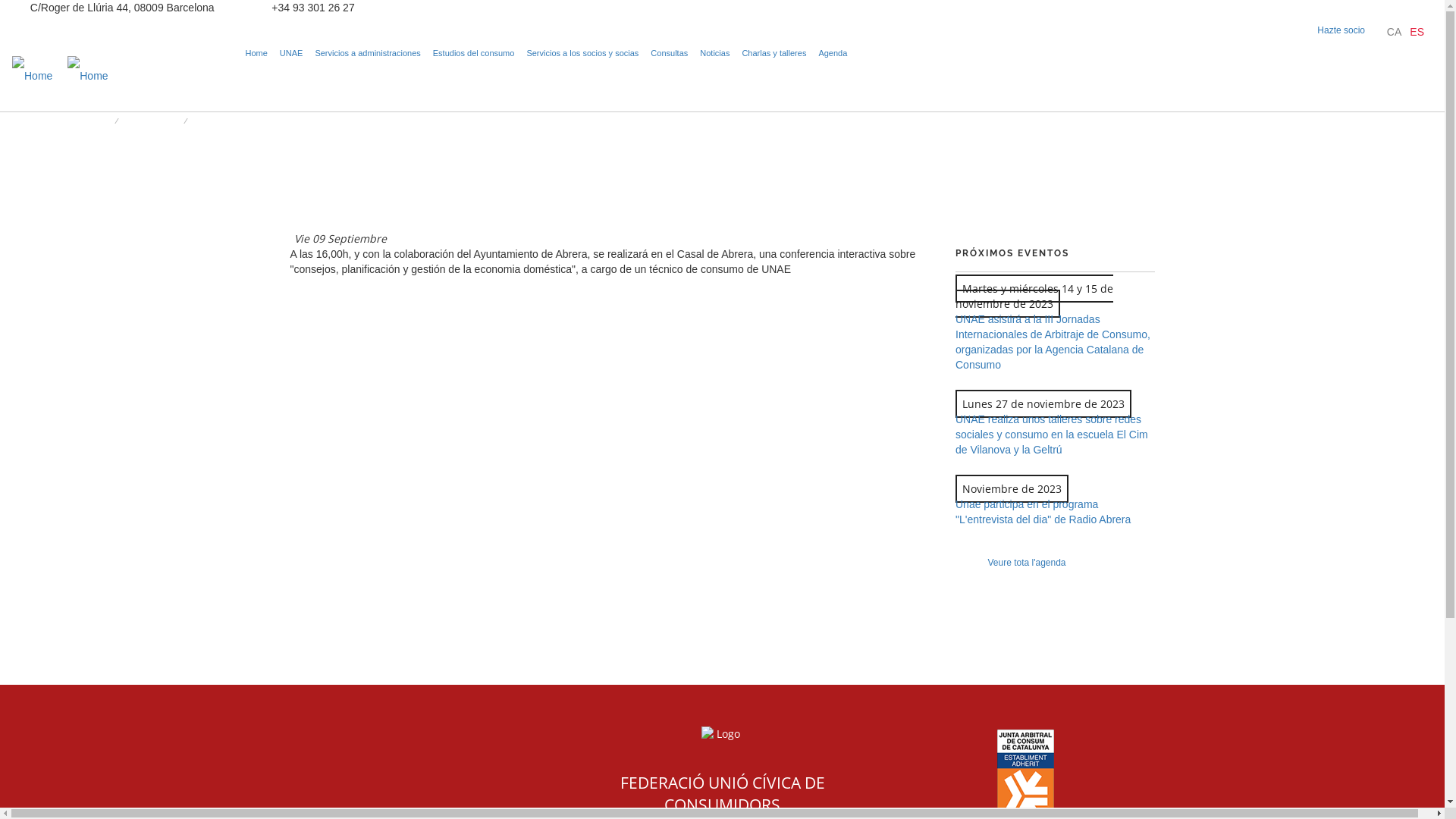 The width and height of the screenshot is (1456, 819). I want to click on 'CA', so click(1394, 32).